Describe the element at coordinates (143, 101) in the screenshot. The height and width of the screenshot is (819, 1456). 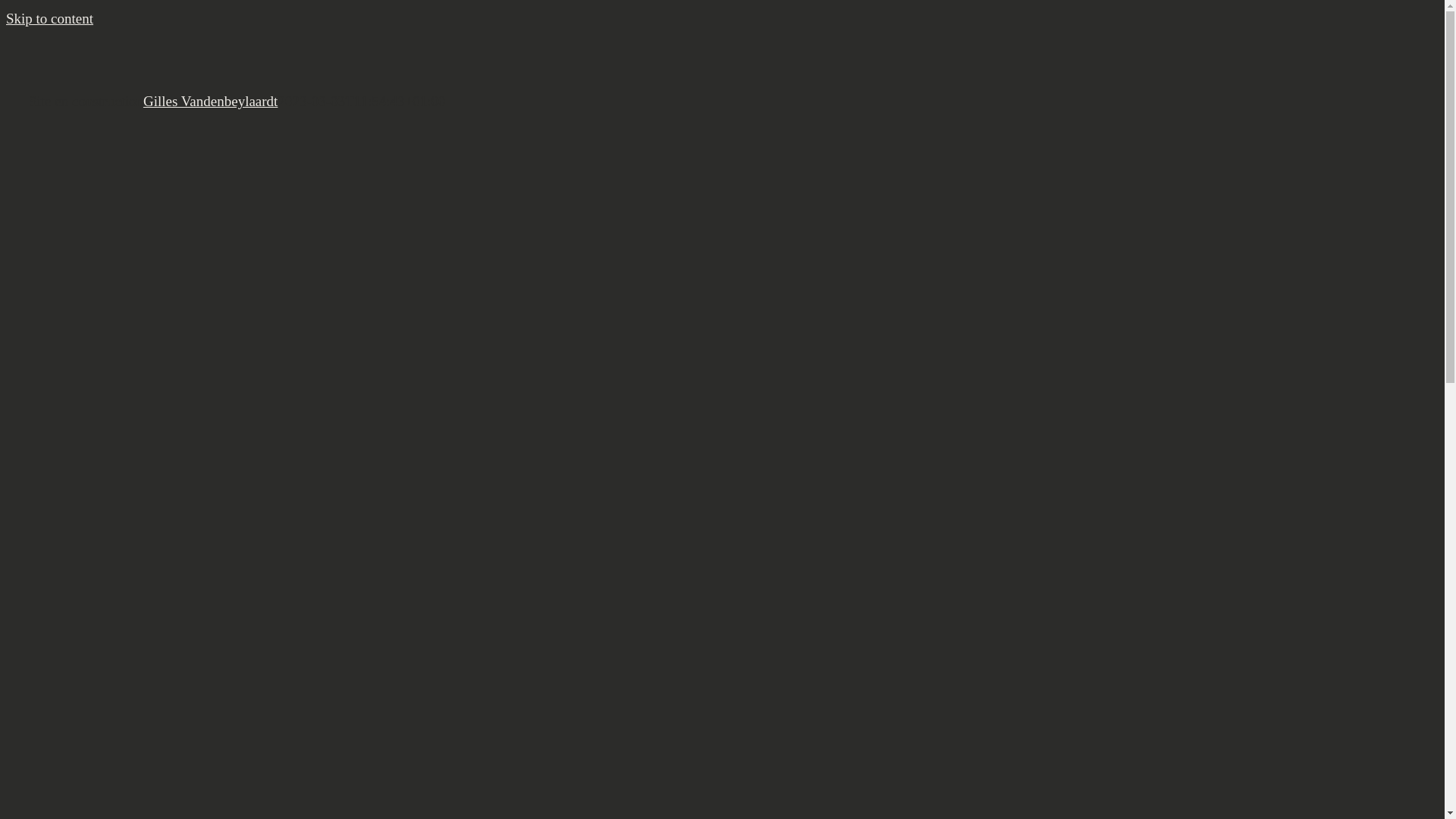
I see `'Gilles Vandenbeylaardt'` at that location.